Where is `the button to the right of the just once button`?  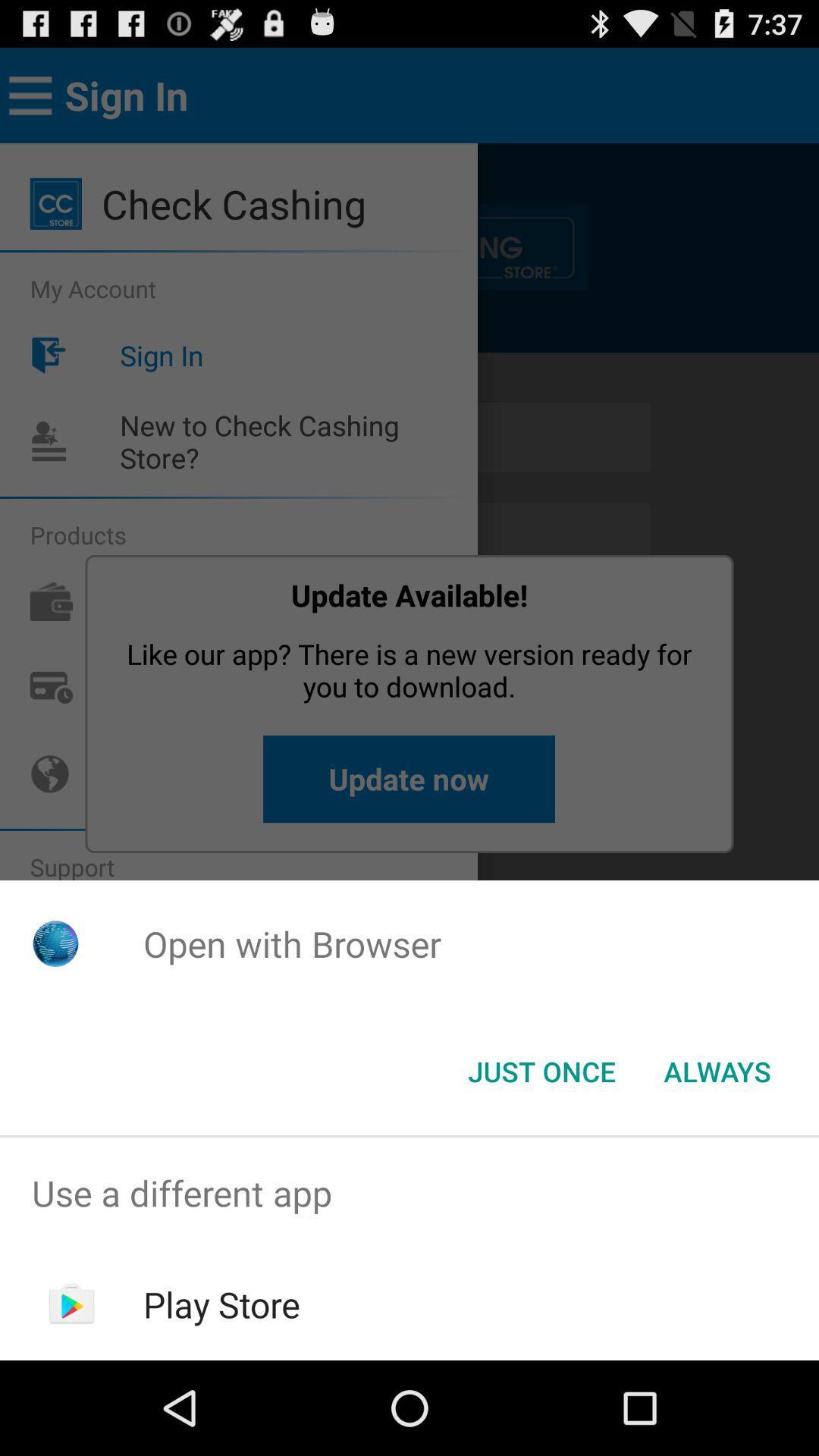 the button to the right of the just once button is located at coordinates (717, 1070).